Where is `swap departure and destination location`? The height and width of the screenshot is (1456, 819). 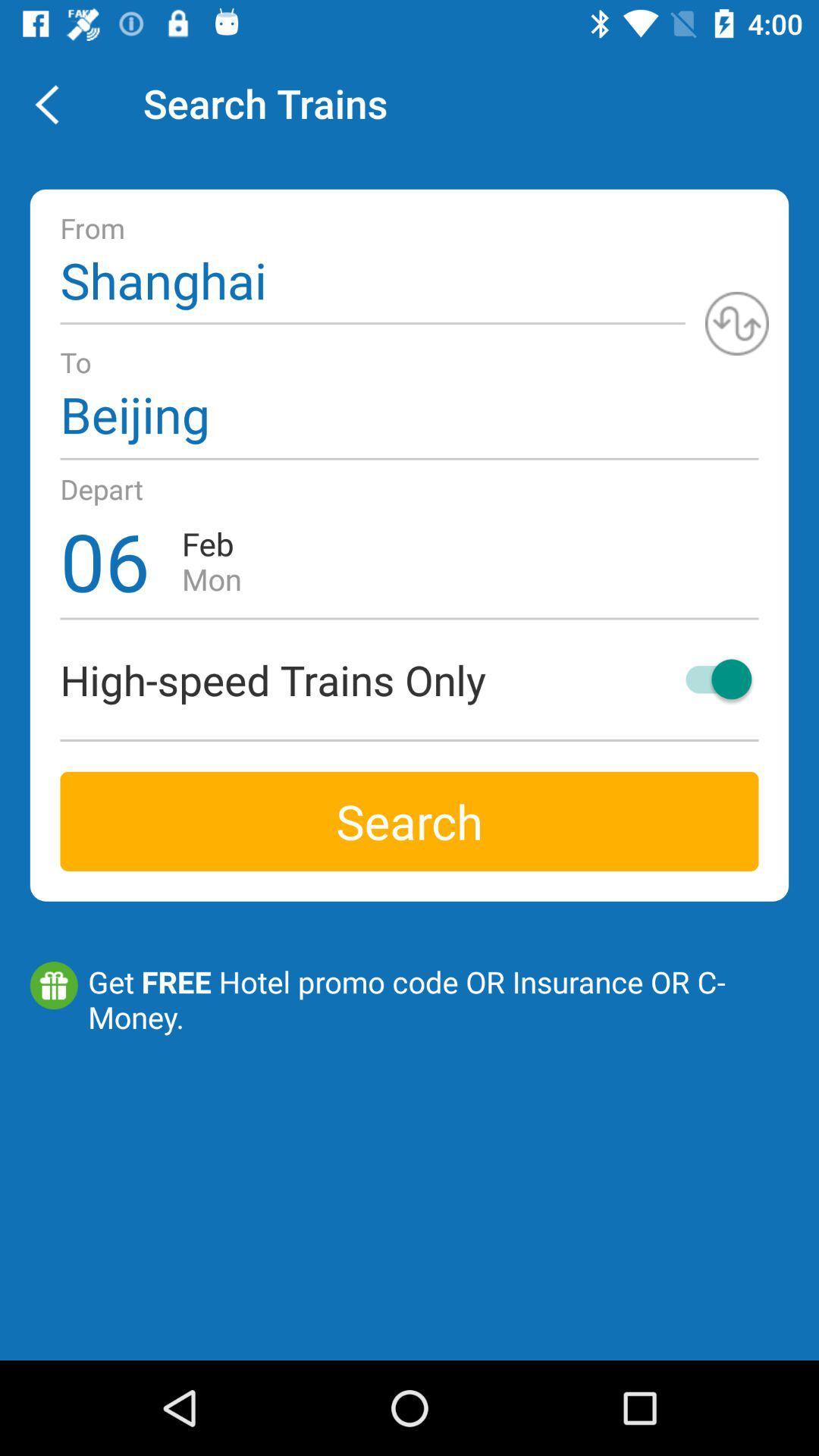 swap departure and destination location is located at coordinates (736, 322).